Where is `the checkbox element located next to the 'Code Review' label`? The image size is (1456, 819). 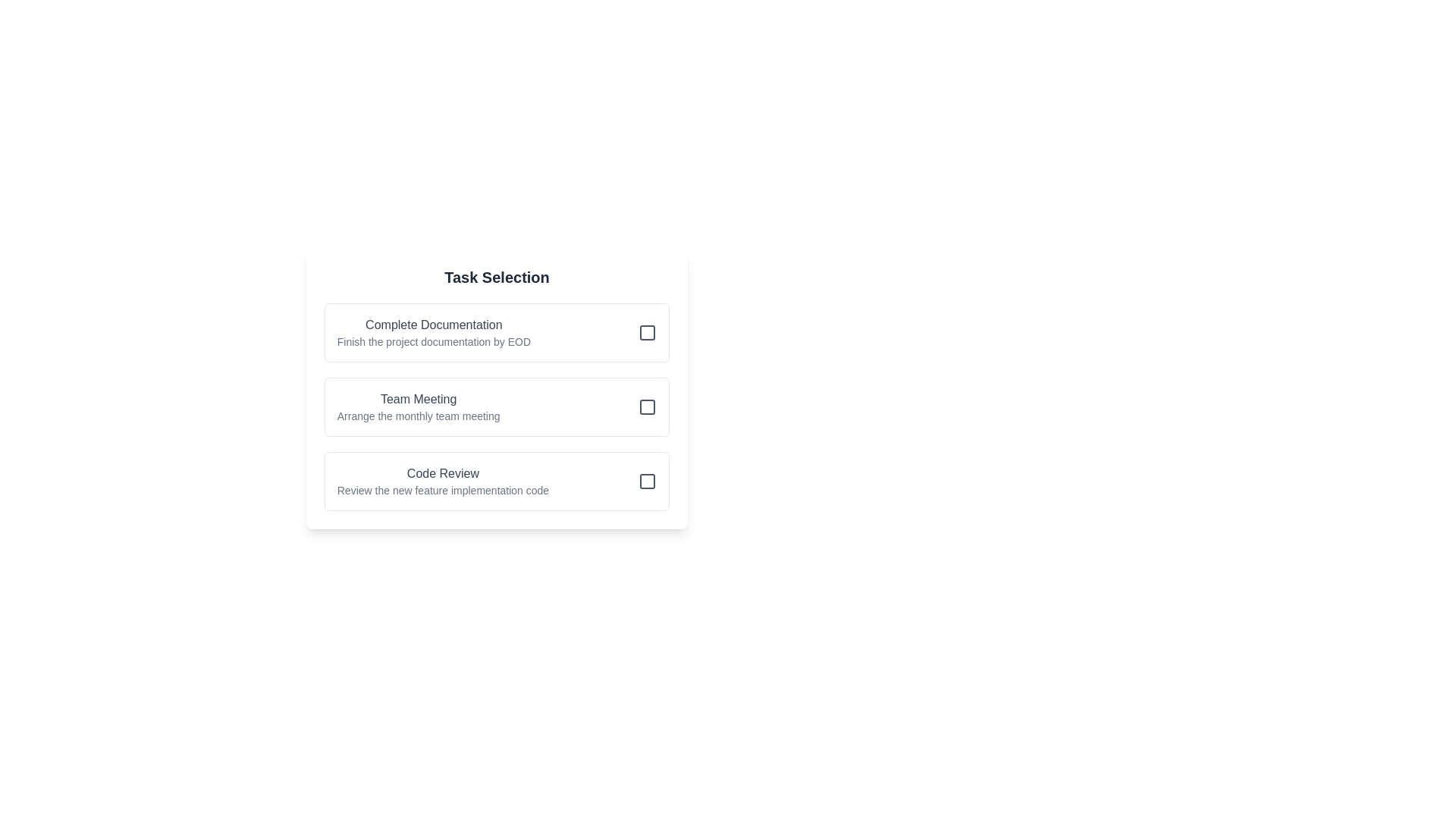 the checkbox element located next to the 'Code Review' label is located at coordinates (648, 482).